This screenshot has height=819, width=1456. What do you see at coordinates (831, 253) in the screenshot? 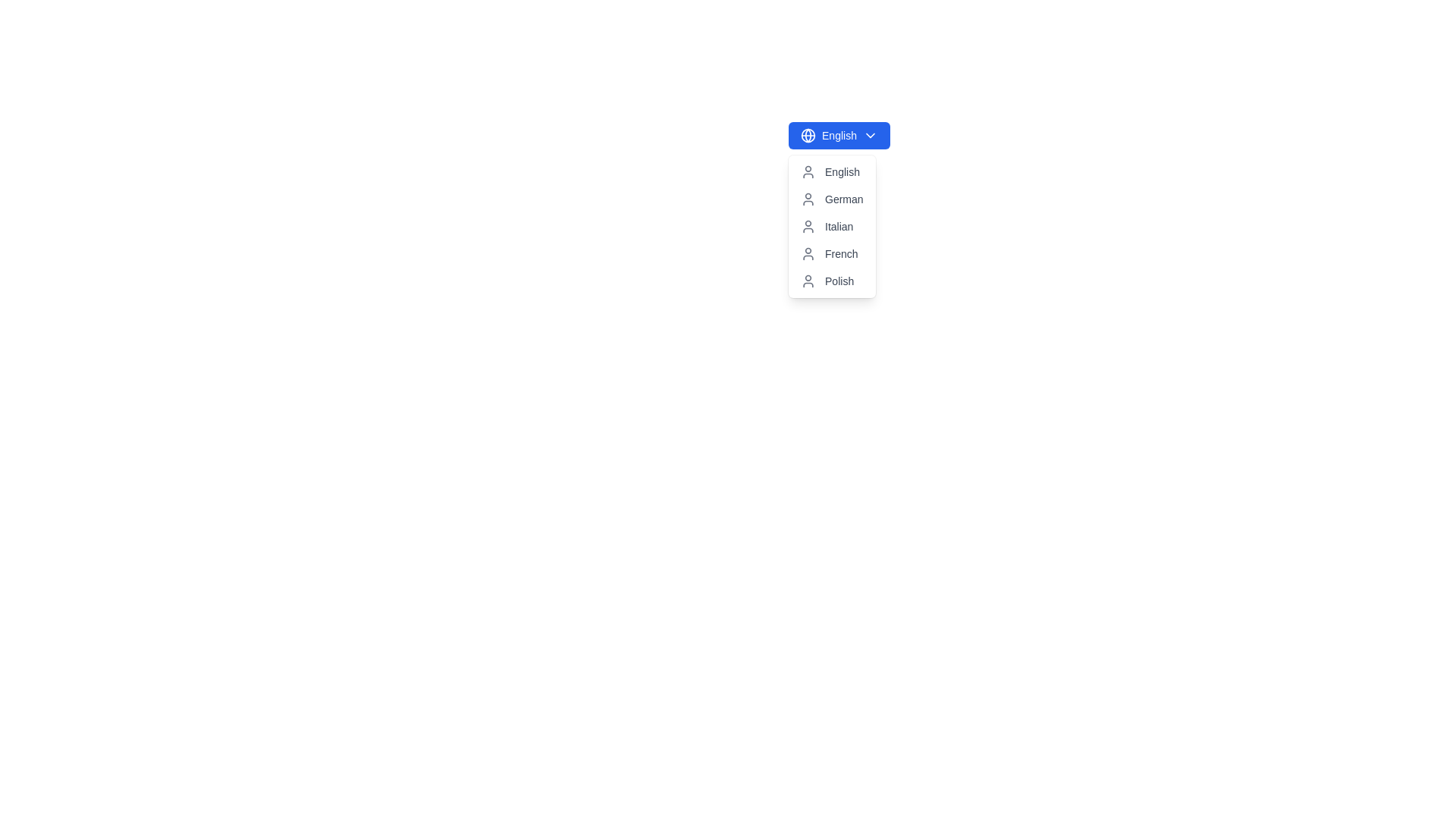
I see `the selectable list item labeled 'French' in the dropdown menu` at bounding box center [831, 253].